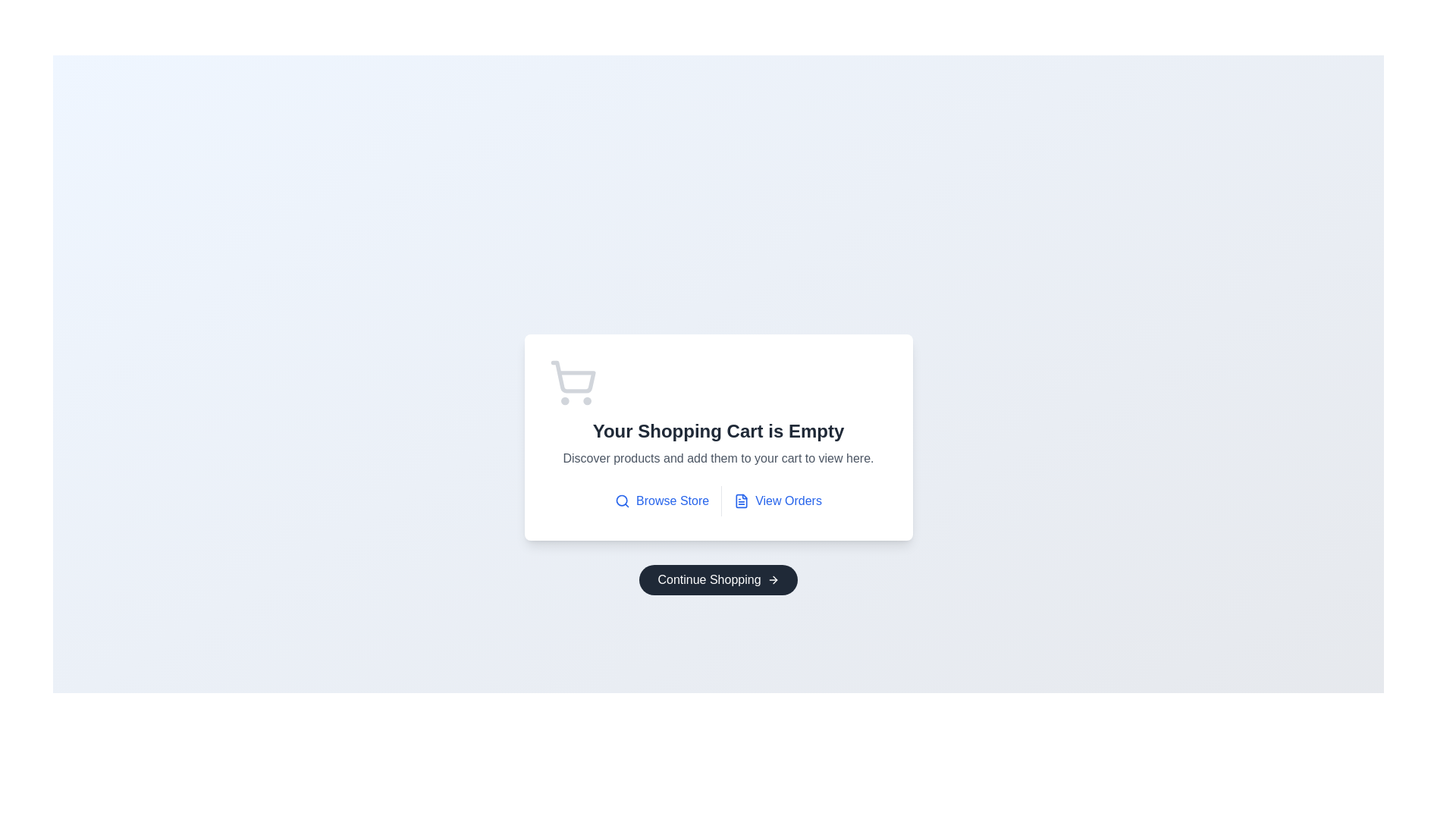  What do you see at coordinates (572, 382) in the screenshot?
I see `the shopping cart icon, which is a minimalistic line-art representation located at the top-left corner inside the card element titled 'Your Shopping Cart is Empty.'` at bounding box center [572, 382].